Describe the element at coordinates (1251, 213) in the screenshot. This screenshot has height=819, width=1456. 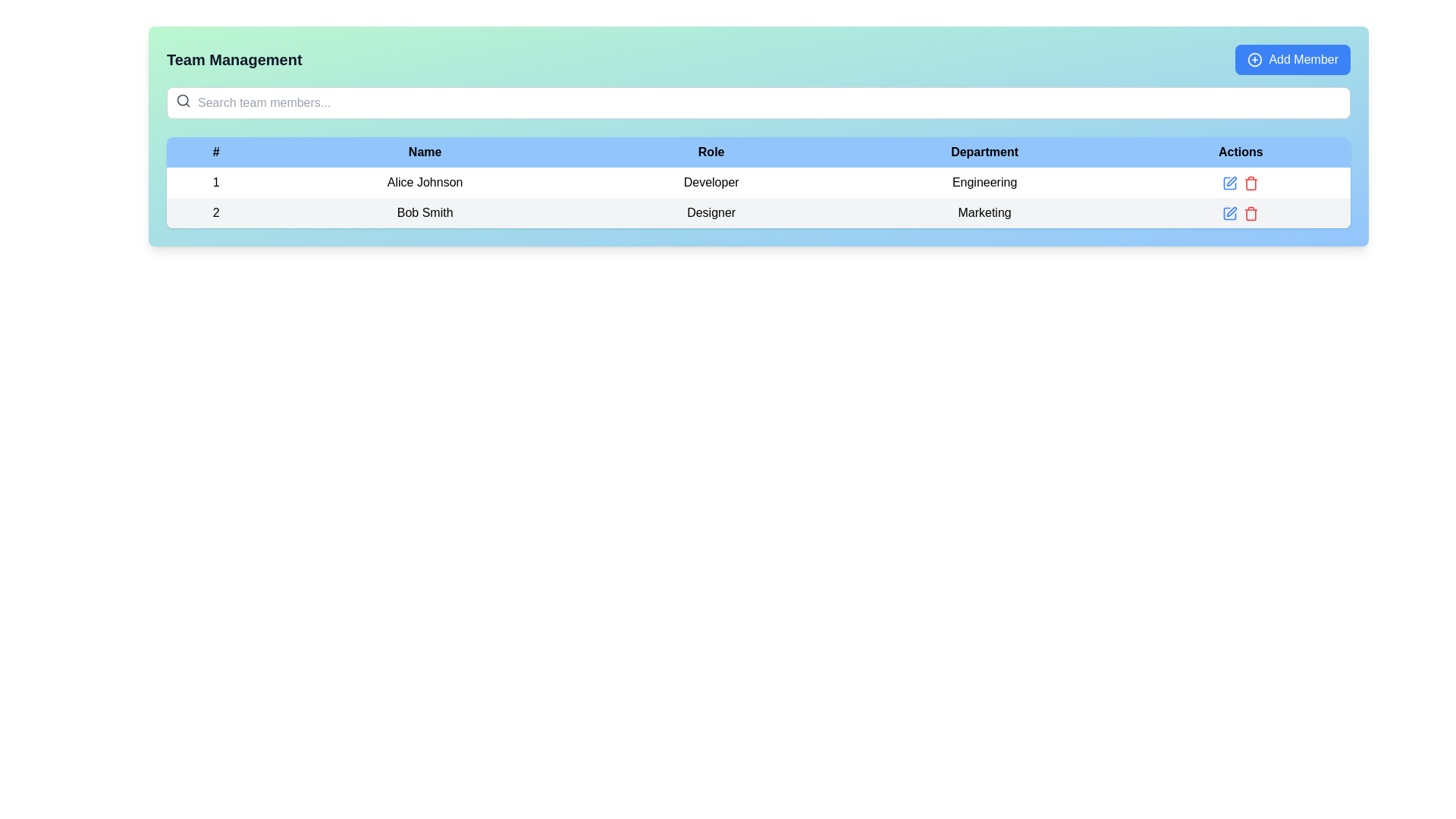
I see `the trash can icon button in the 'Actions' column of the second row corresponding to 'Bob Smith'` at that location.